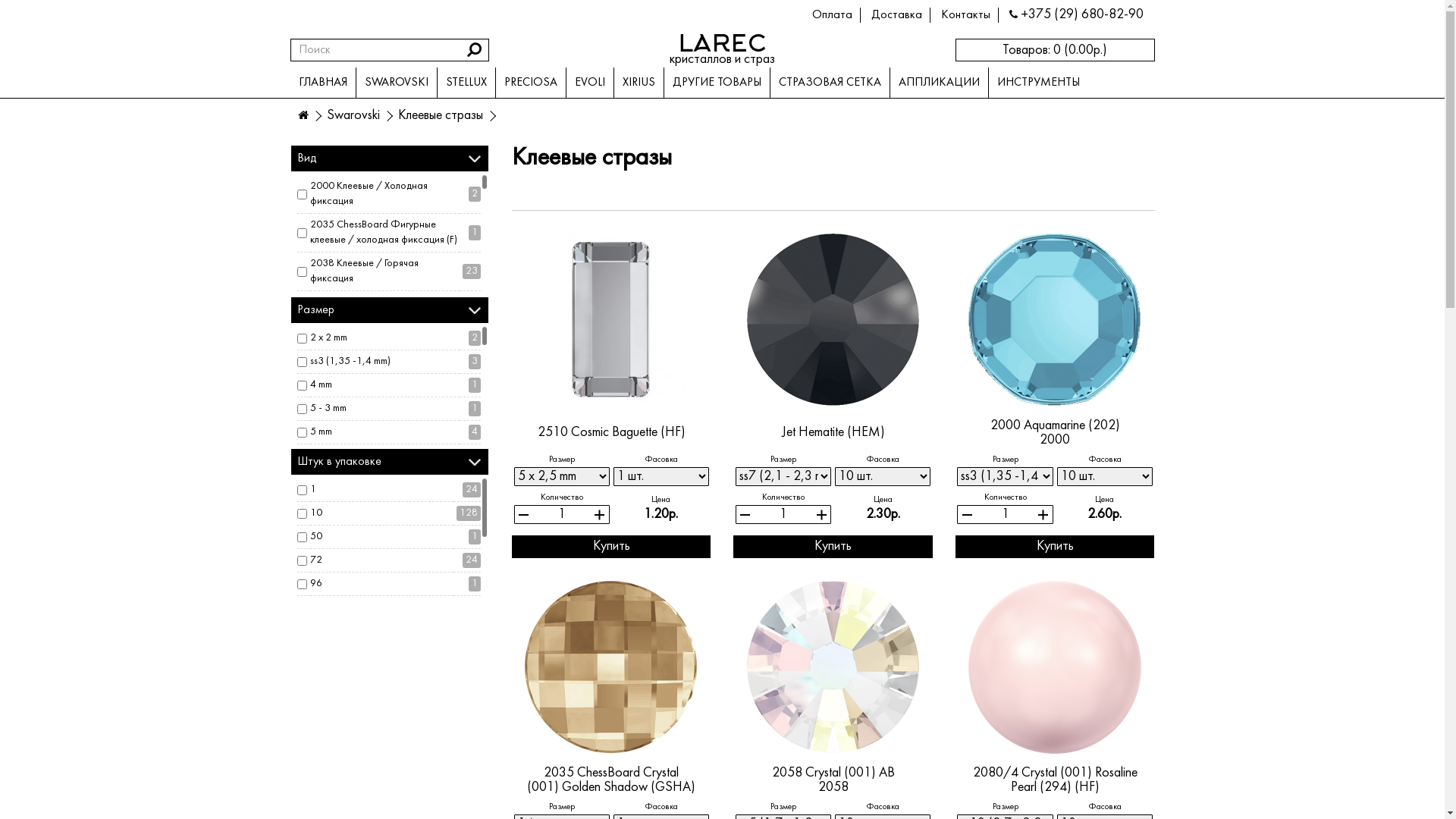  What do you see at coordinates (637, 82) in the screenshot?
I see `'XIRIUS'` at bounding box center [637, 82].